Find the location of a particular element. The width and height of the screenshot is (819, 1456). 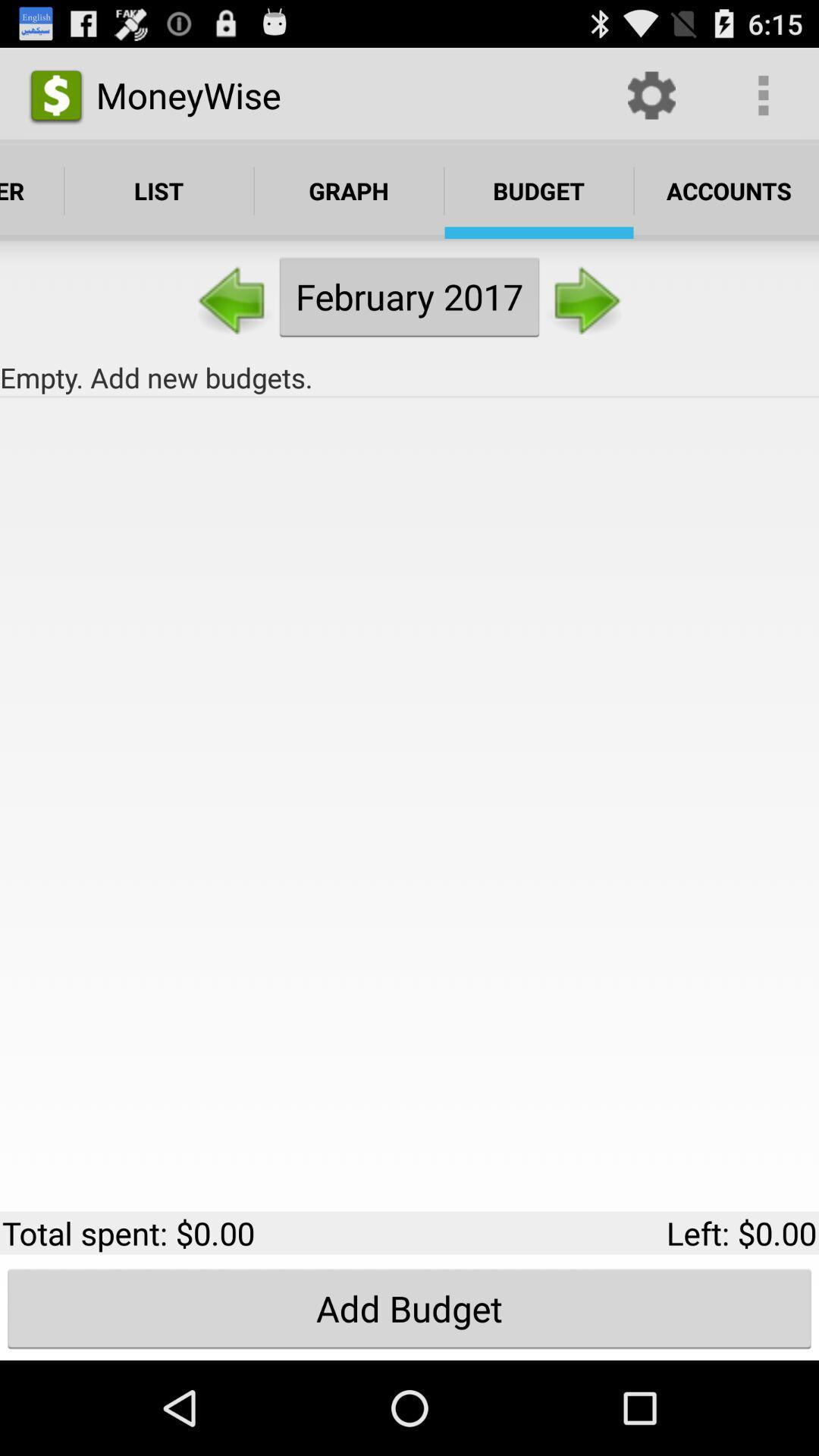

the icon below the total spent 0 icon is located at coordinates (409, 1307).